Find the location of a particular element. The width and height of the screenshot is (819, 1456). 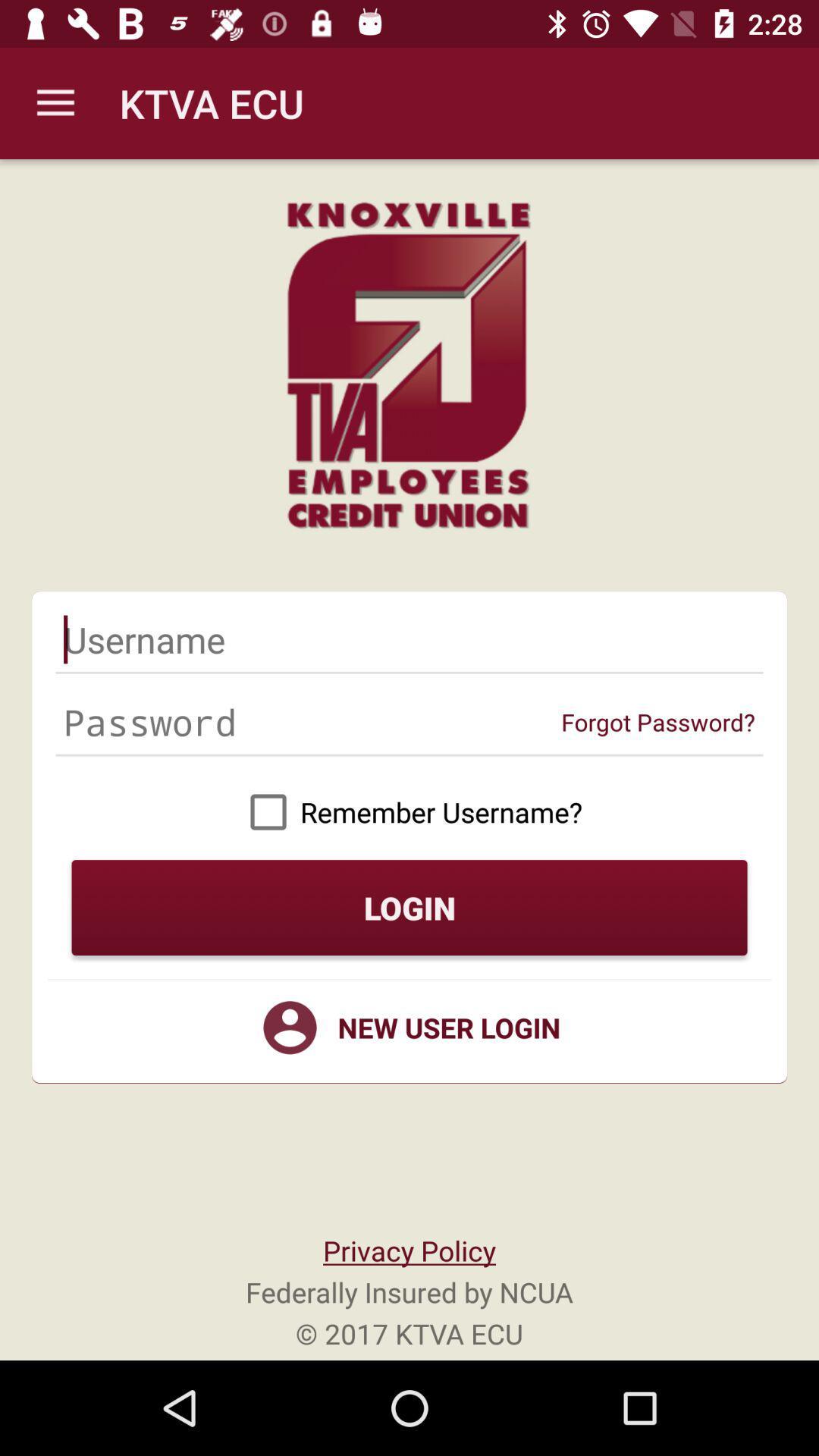

the forgot password? item is located at coordinates (657, 721).